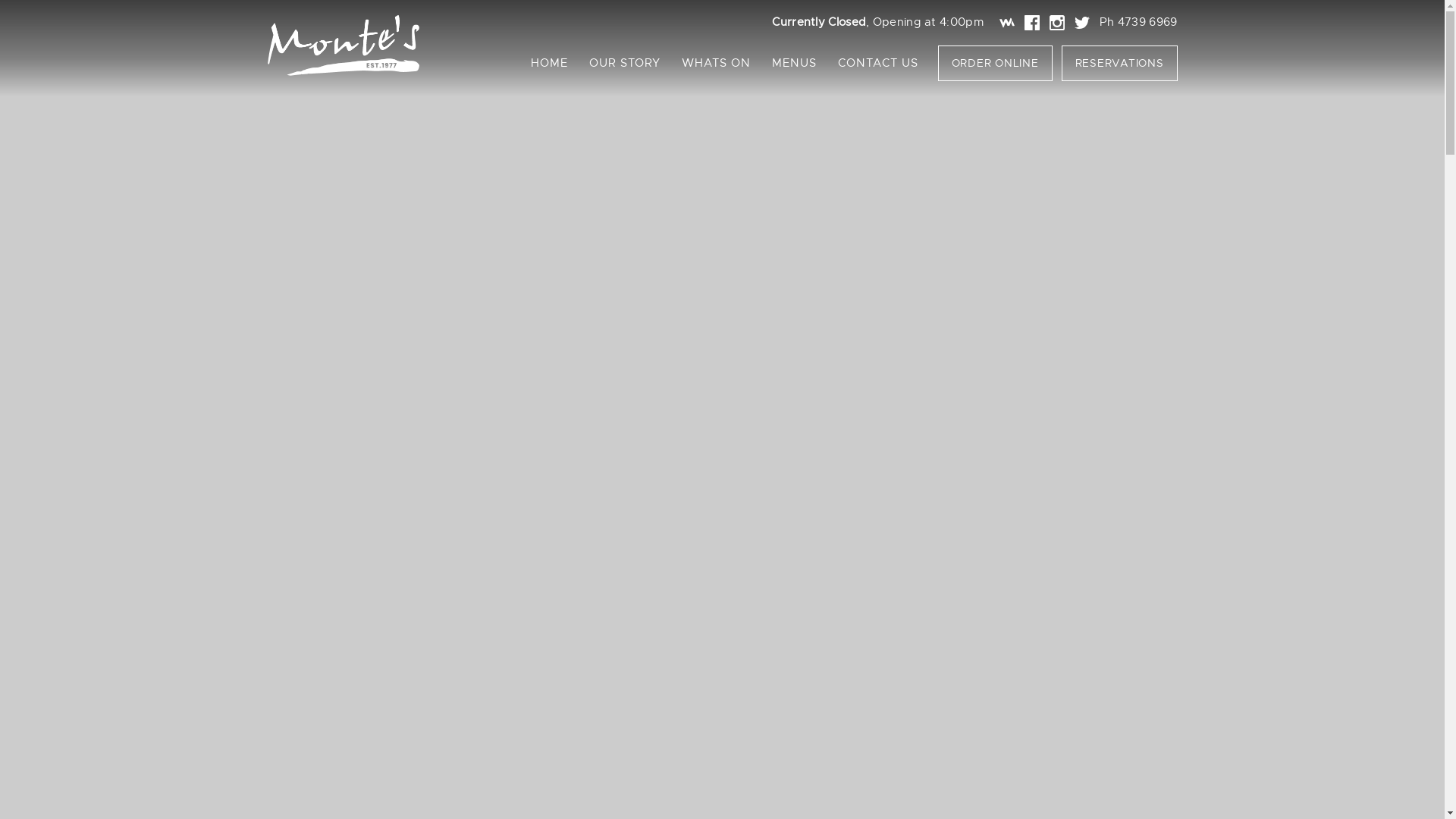 This screenshot has height=819, width=1456. Describe the element at coordinates (937, 62) in the screenshot. I see `'ORDER ONLINE'` at that location.